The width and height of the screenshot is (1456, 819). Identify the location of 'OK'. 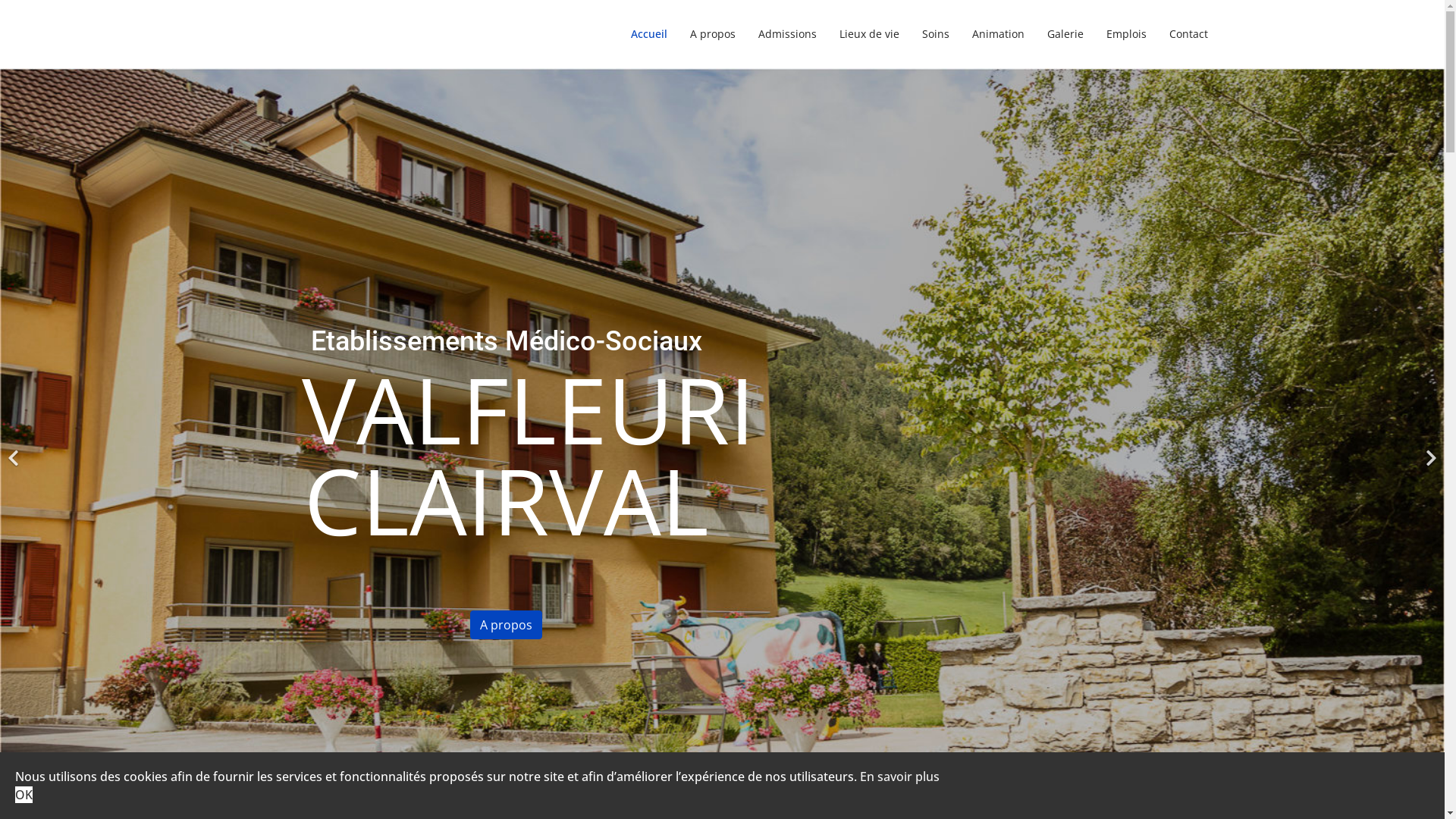
(24, 794).